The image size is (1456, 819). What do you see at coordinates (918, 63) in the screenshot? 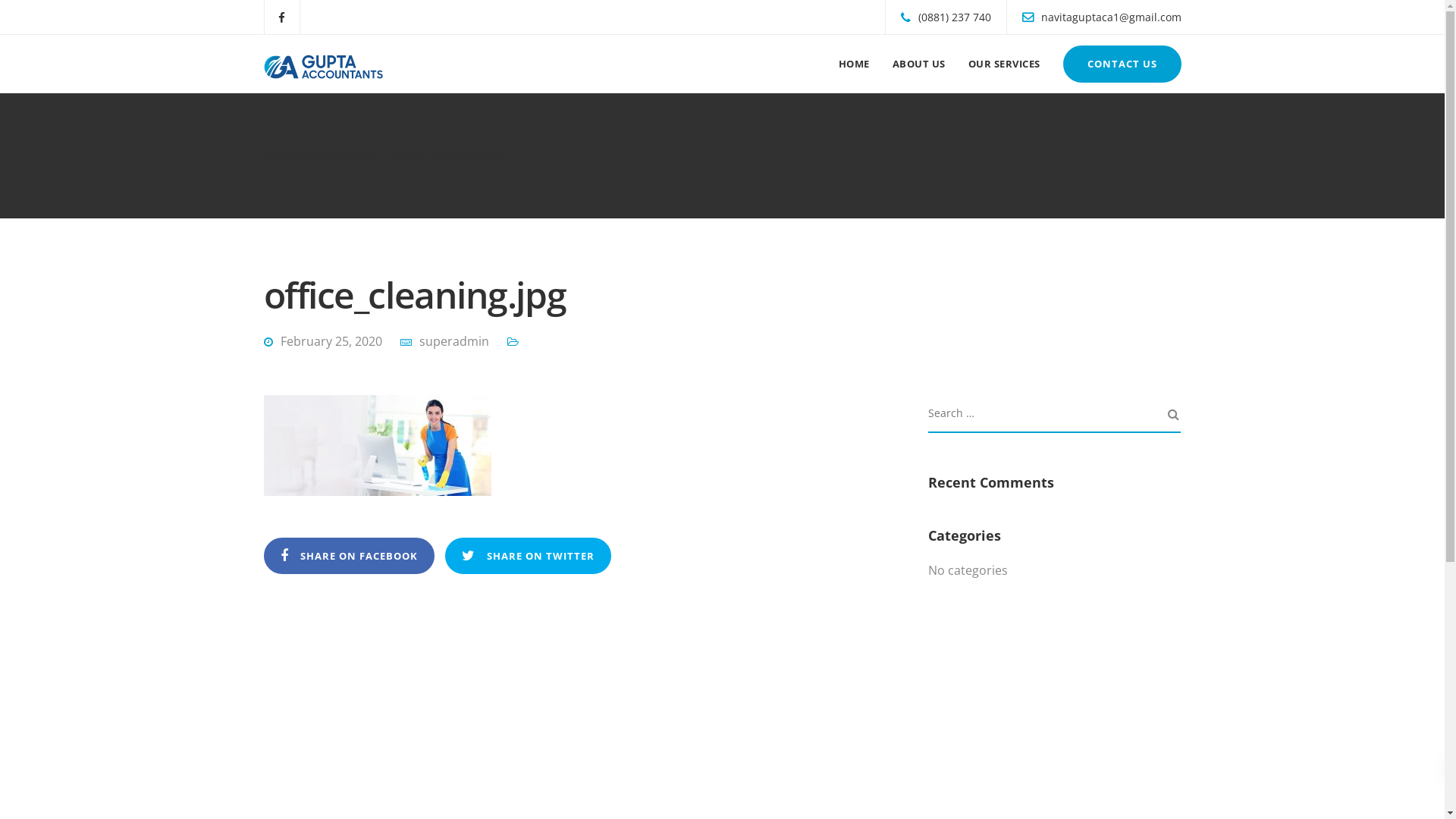
I see `'ABOUT US'` at bounding box center [918, 63].